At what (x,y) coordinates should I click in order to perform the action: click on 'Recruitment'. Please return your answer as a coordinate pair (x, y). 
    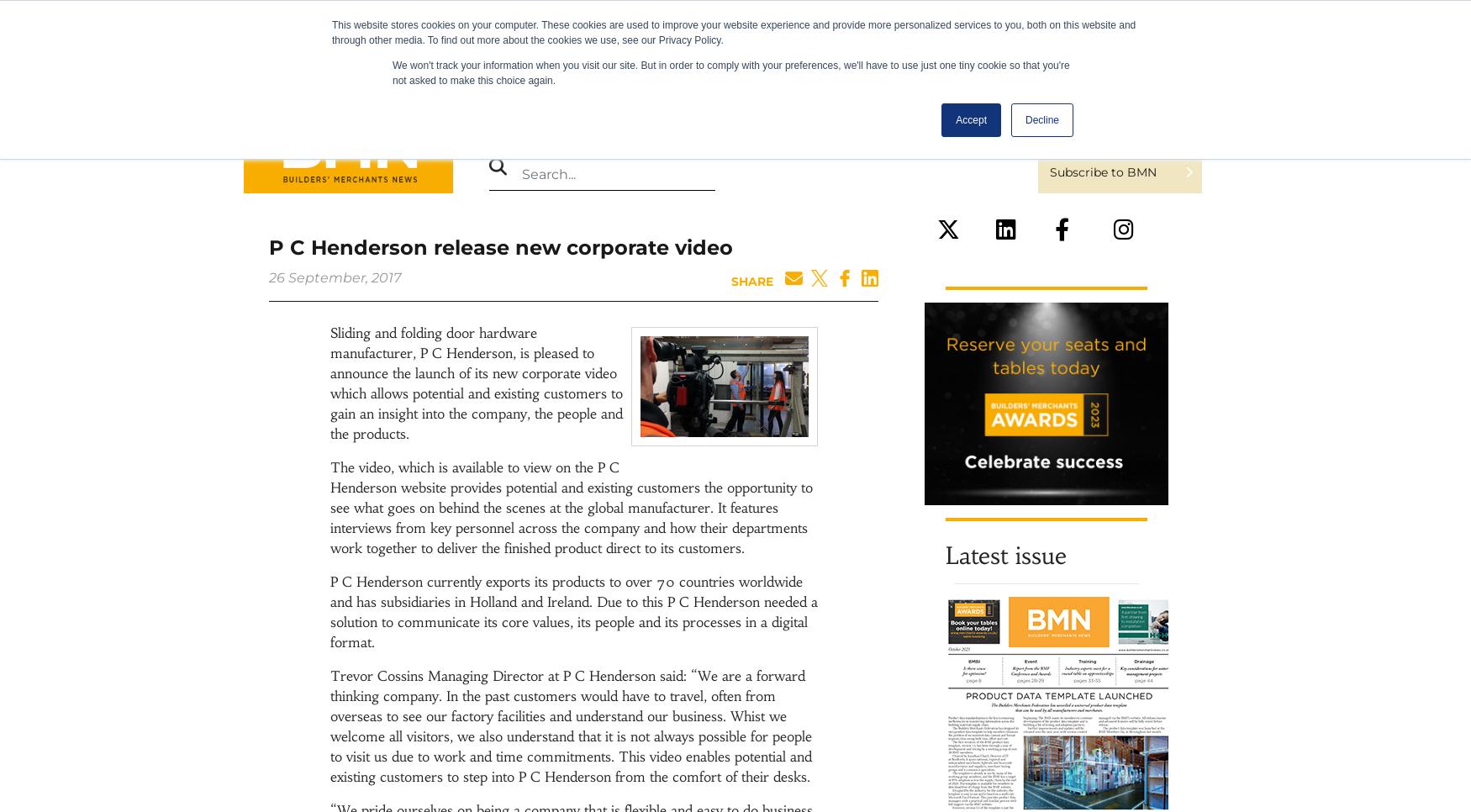
    Looking at the image, I should click on (785, 124).